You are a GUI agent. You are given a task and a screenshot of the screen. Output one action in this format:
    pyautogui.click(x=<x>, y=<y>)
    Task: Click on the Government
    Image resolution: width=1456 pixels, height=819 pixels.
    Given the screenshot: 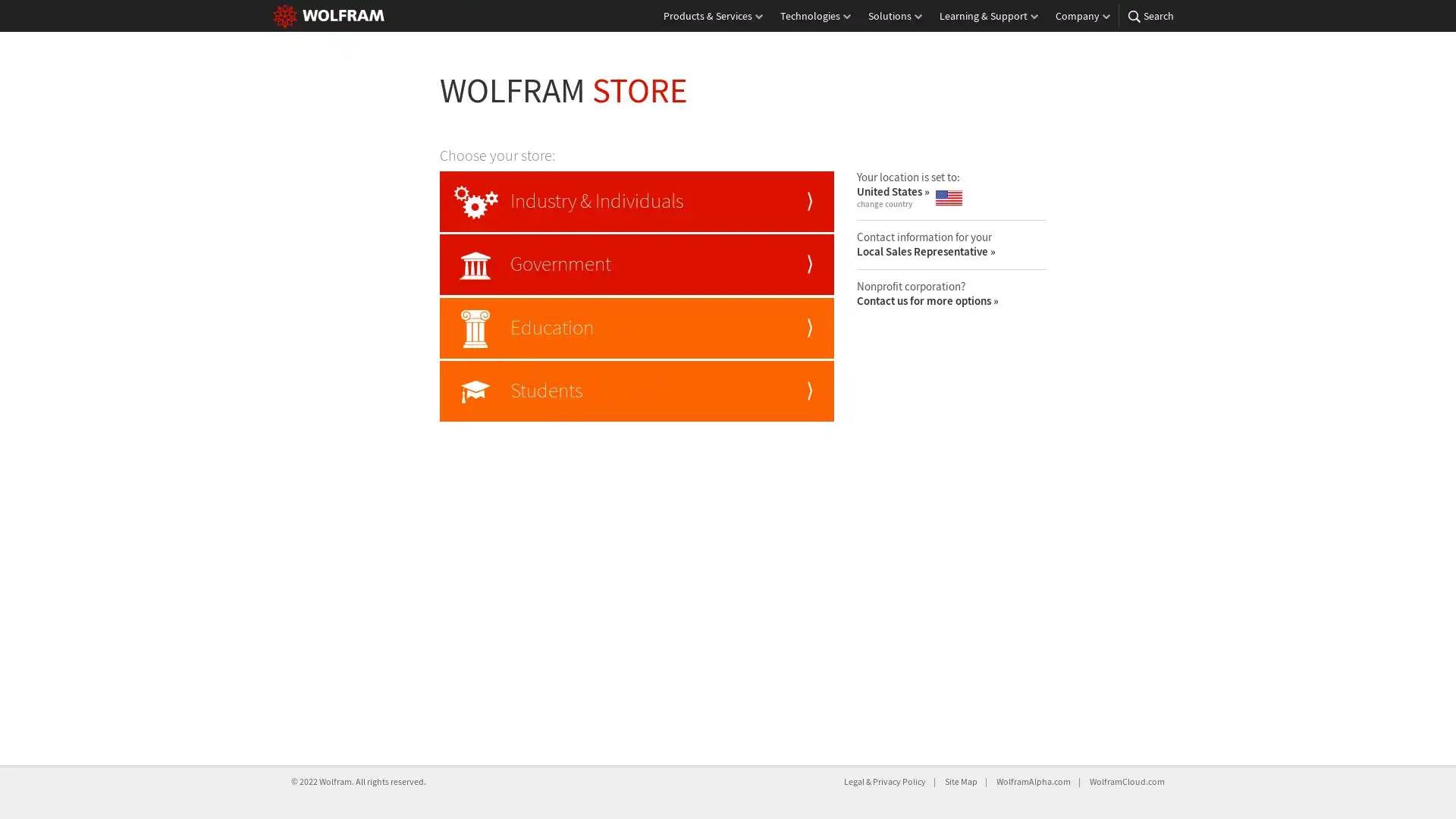 What is the action you would take?
    pyautogui.click(x=637, y=263)
    